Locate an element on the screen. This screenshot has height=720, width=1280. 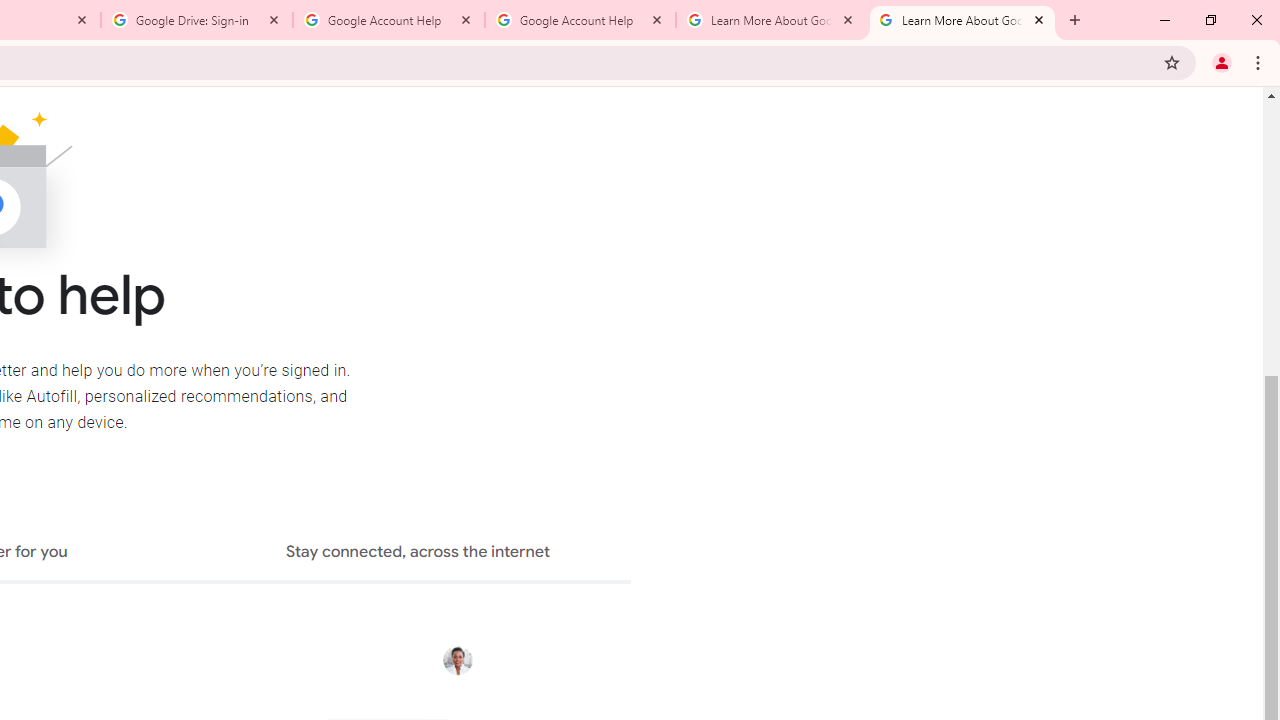
'Google Account Help' is located at coordinates (579, 20).